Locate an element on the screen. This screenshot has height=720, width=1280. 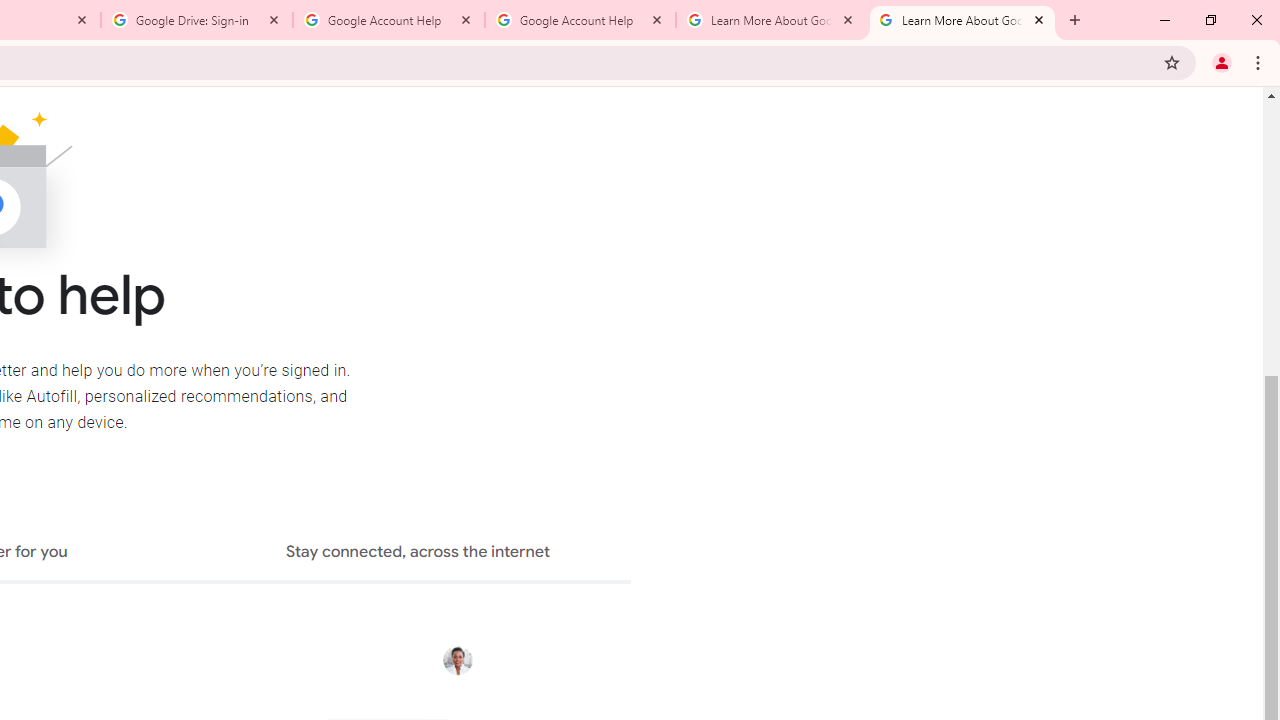
'Google Account Help' is located at coordinates (579, 20).